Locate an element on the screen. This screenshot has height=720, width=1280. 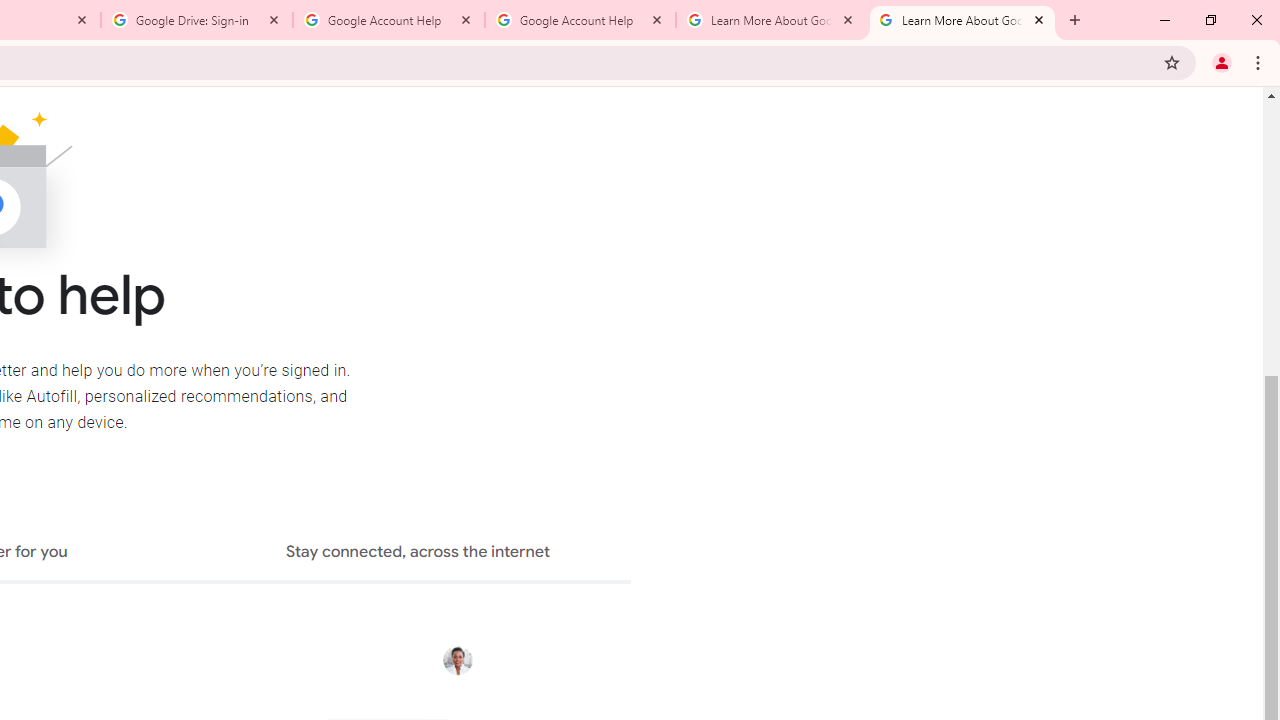
'Google Account Help' is located at coordinates (579, 20).